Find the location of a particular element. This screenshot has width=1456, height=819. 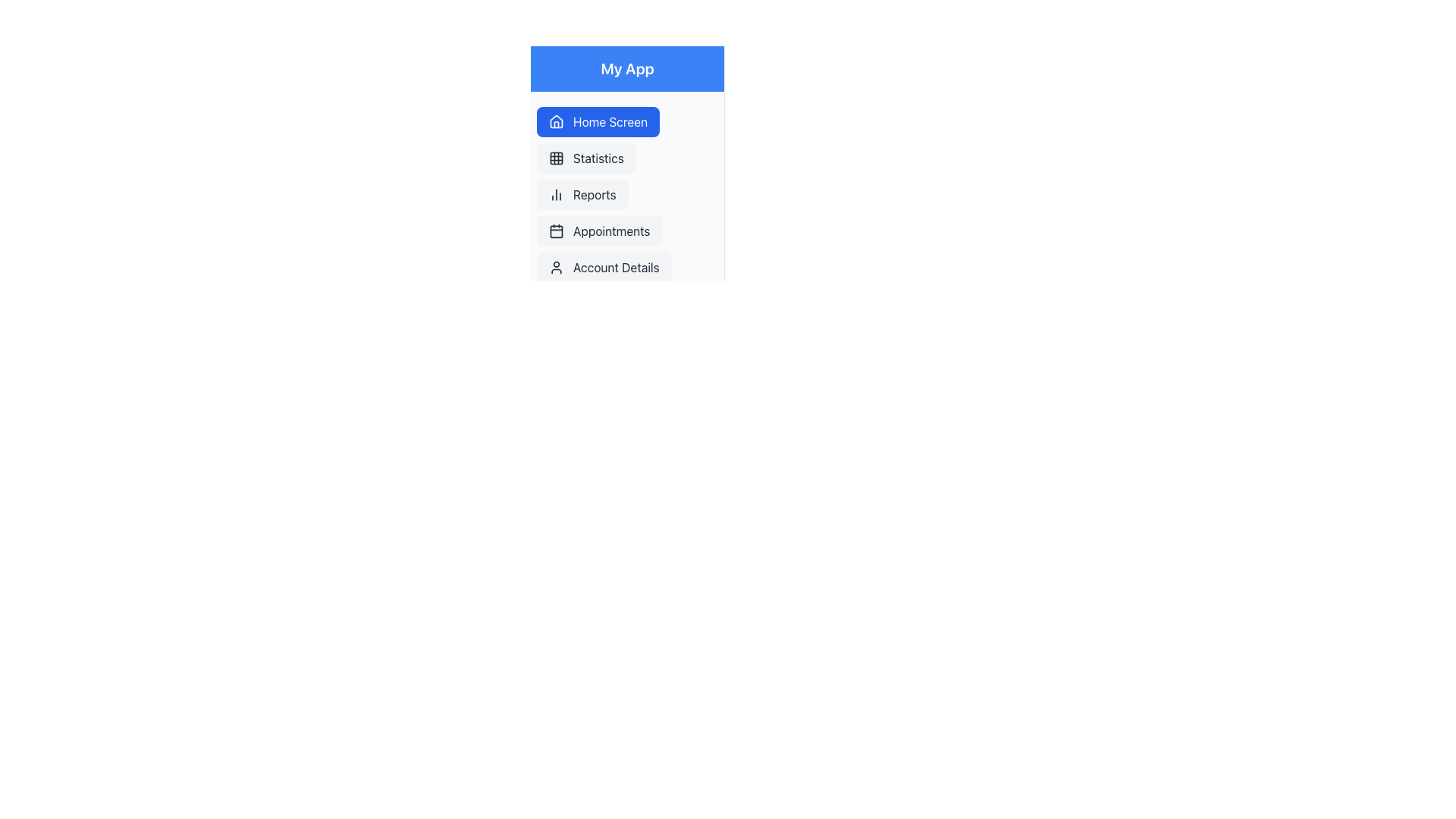

the navigation button located in the sidebar, which is the fifth button in a vertical list is located at coordinates (603, 267).